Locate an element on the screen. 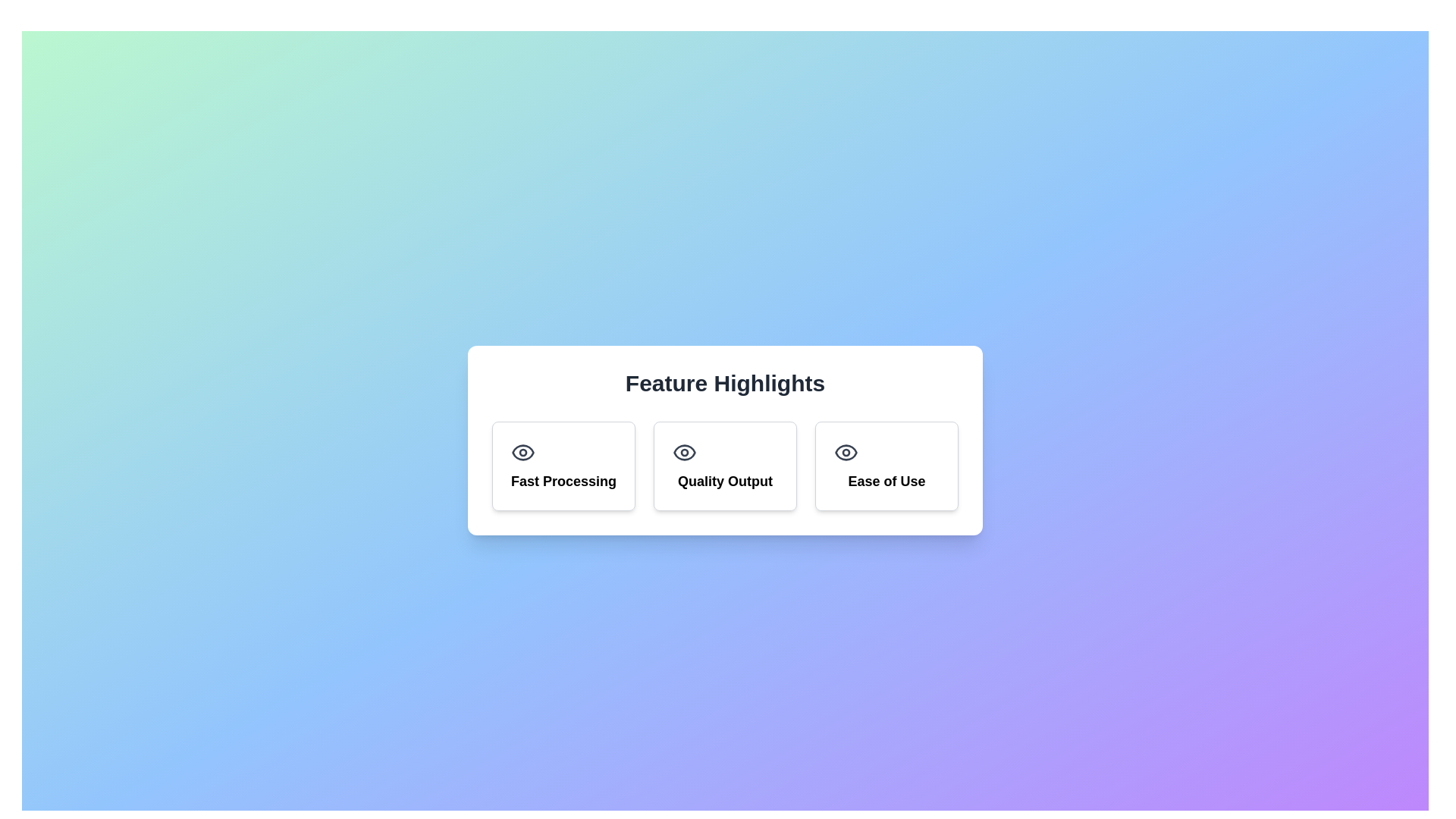 The width and height of the screenshot is (1456, 819). the descriptive text label located at the bottom center of the rightmost card under 'Feature Highlights', which indicates the card's topic or feature focus is located at coordinates (886, 482).